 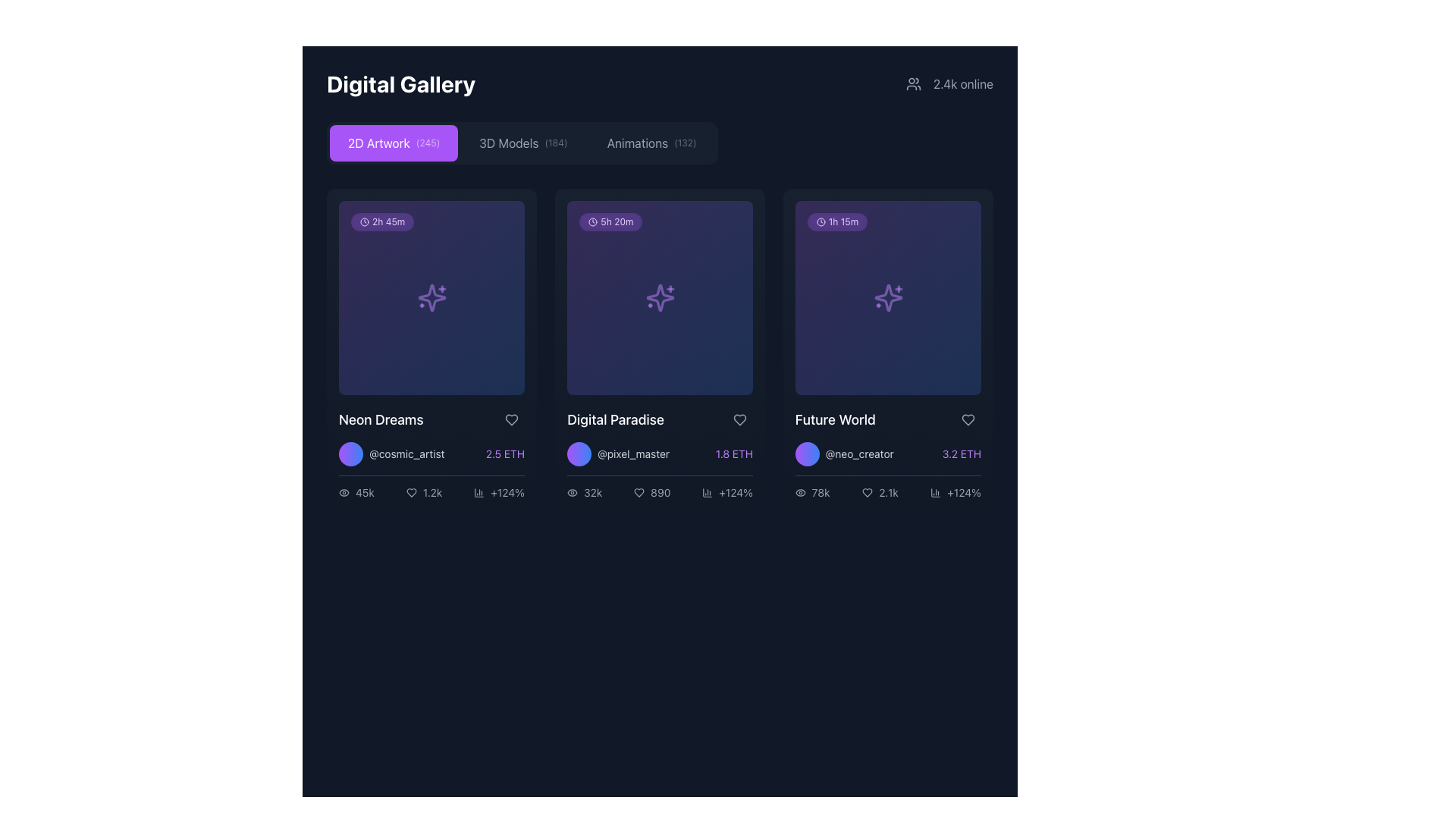 What do you see at coordinates (639, 493) in the screenshot?
I see `the heart-shaped icon located near the number '890' in the bottom section of the 'Digital Paradise' card to like or favorite the content` at bounding box center [639, 493].